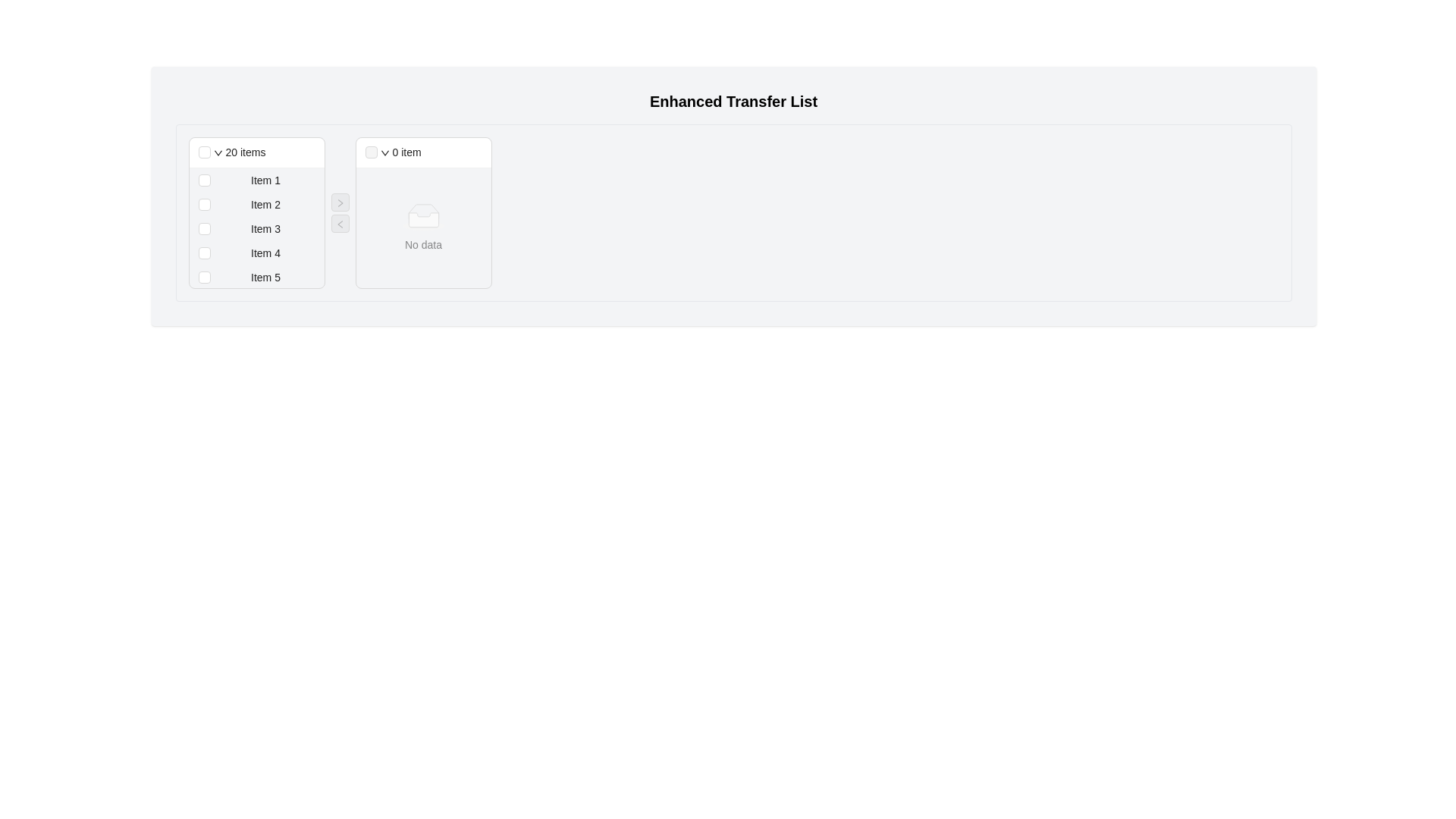 The image size is (1456, 819). I want to click on the text label displaying 'Item 1', so click(265, 180).